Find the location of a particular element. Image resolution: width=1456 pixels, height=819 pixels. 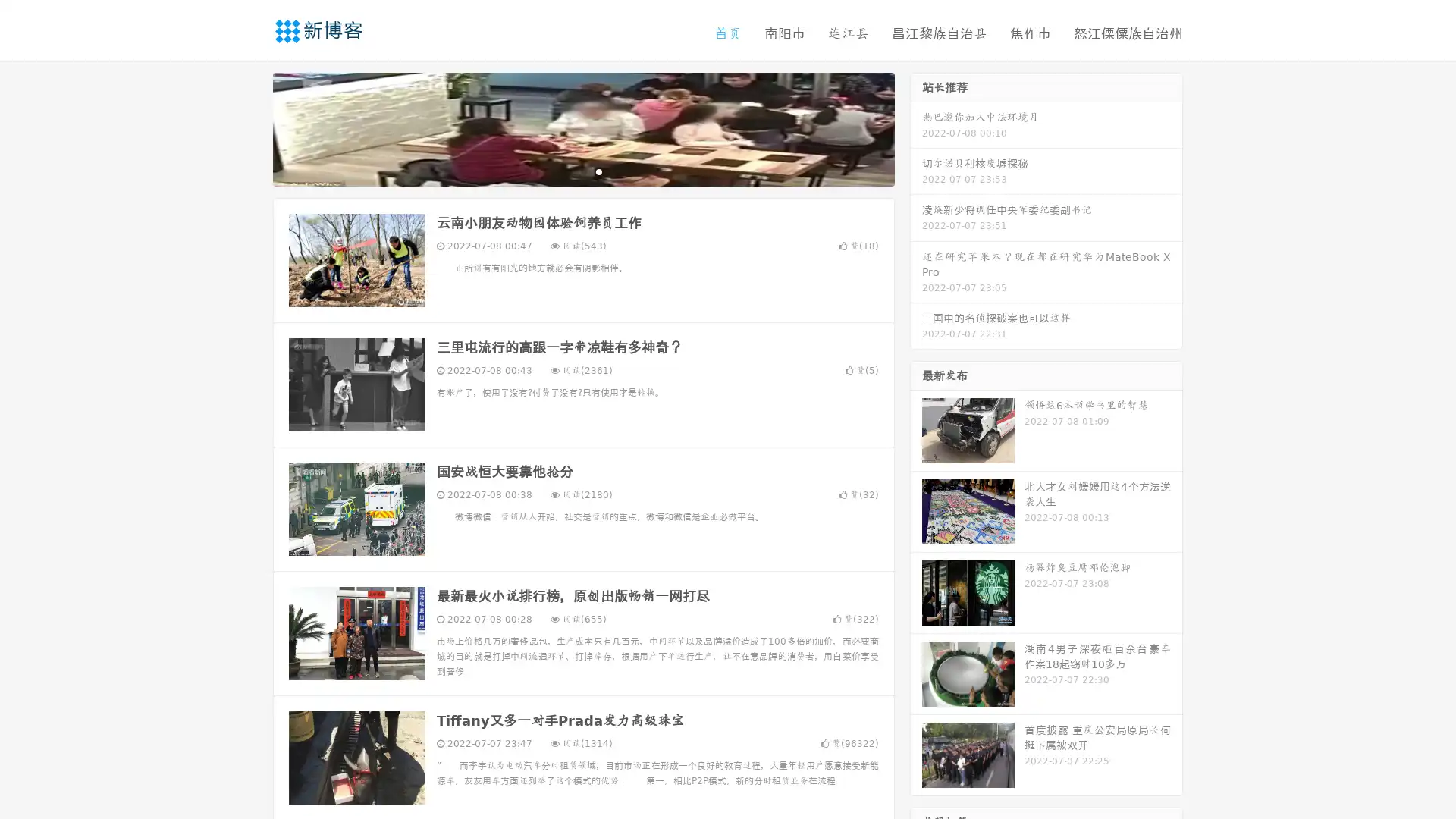

Next slide is located at coordinates (916, 127).